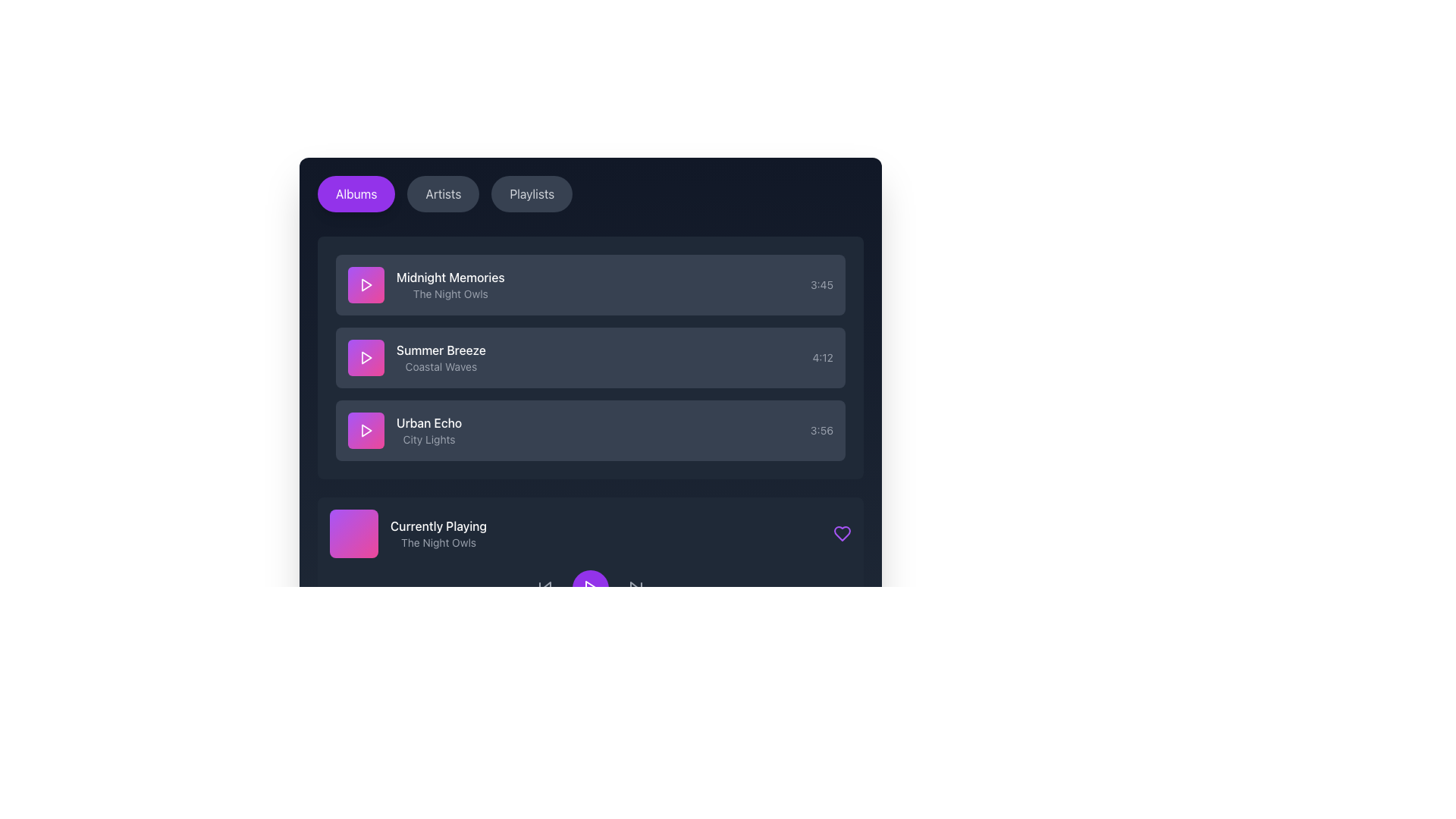 The image size is (1456, 819). Describe the element at coordinates (589, 628) in the screenshot. I see `the progress indicator, which is a purple-filled progress bar located in the 'Currently Playing' section of the media player` at that location.